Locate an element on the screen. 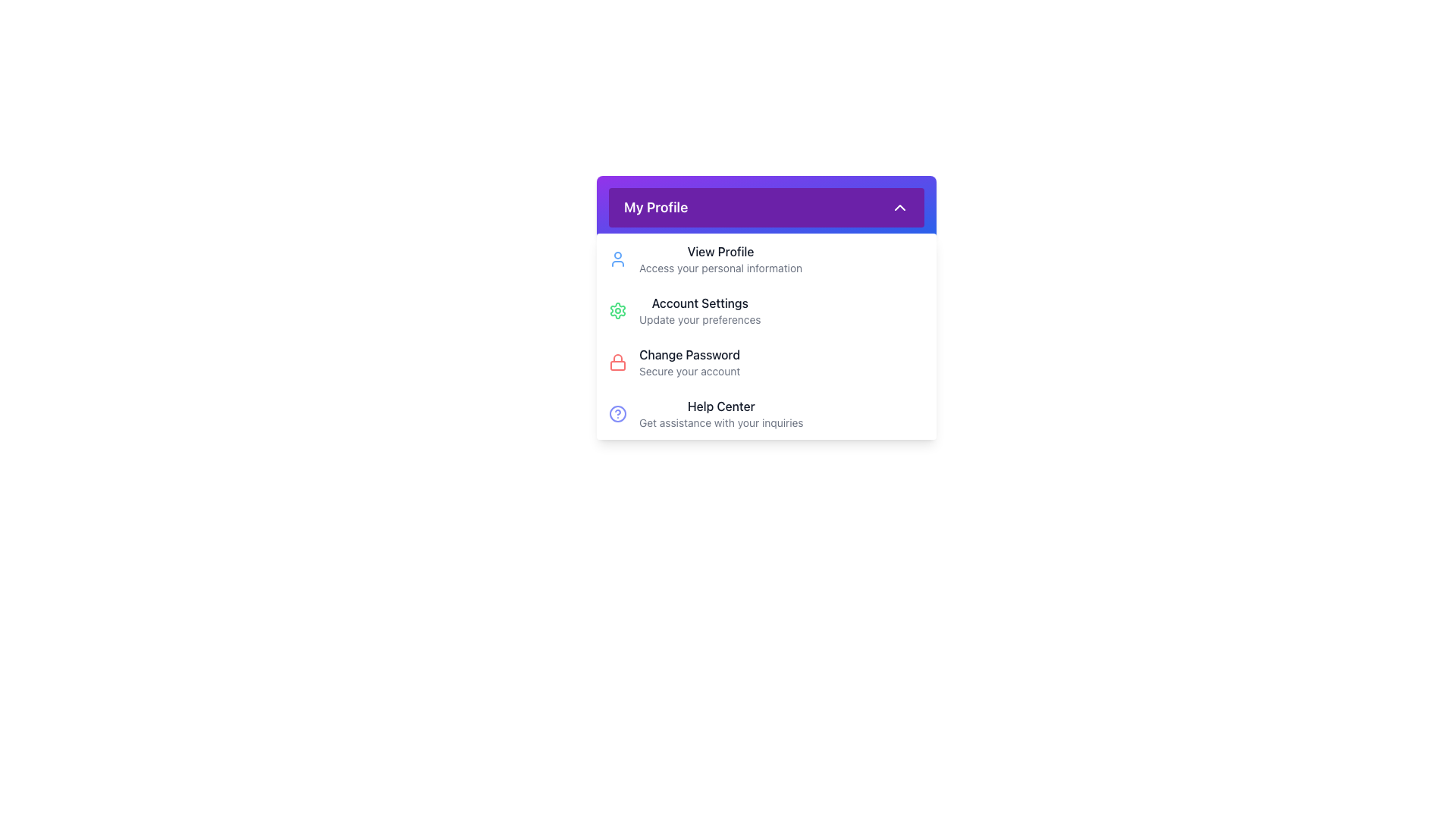  the 'View Profile' menu item in the dropdown menu is located at coordinates (767, 259).